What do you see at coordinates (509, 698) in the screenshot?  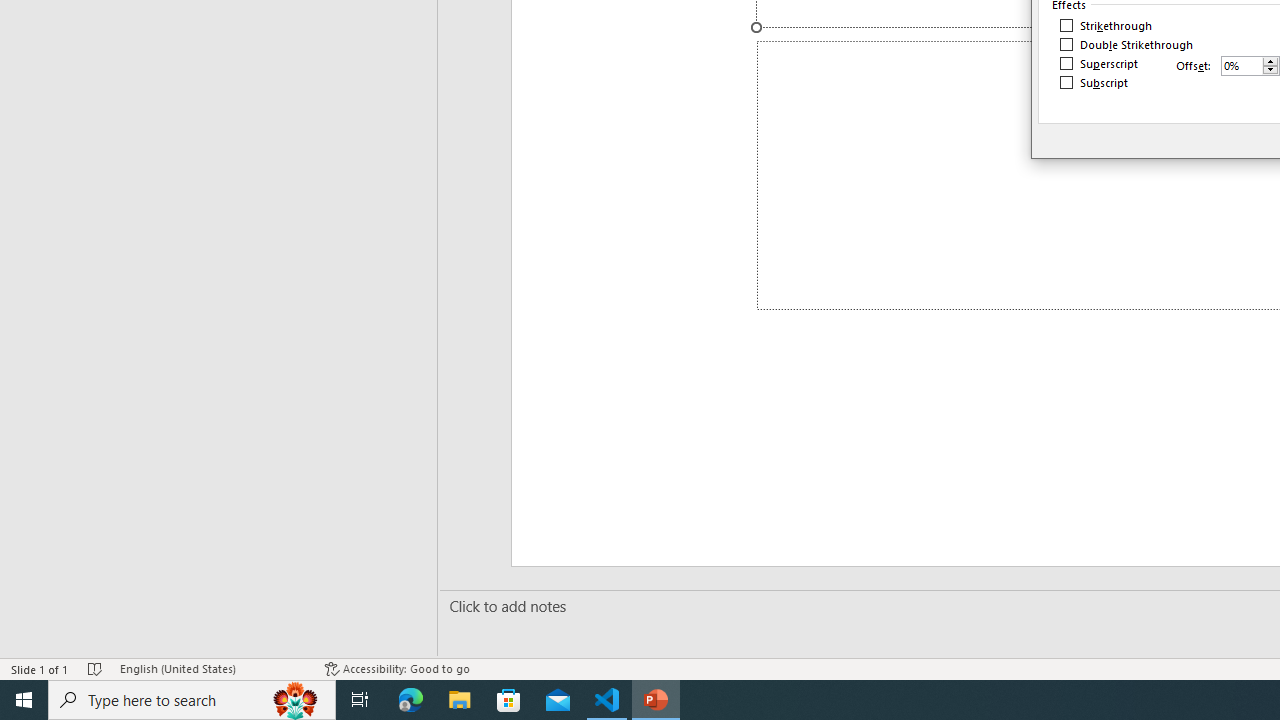 I see `'Microsoft Store'` at bounding box center [509, 698].